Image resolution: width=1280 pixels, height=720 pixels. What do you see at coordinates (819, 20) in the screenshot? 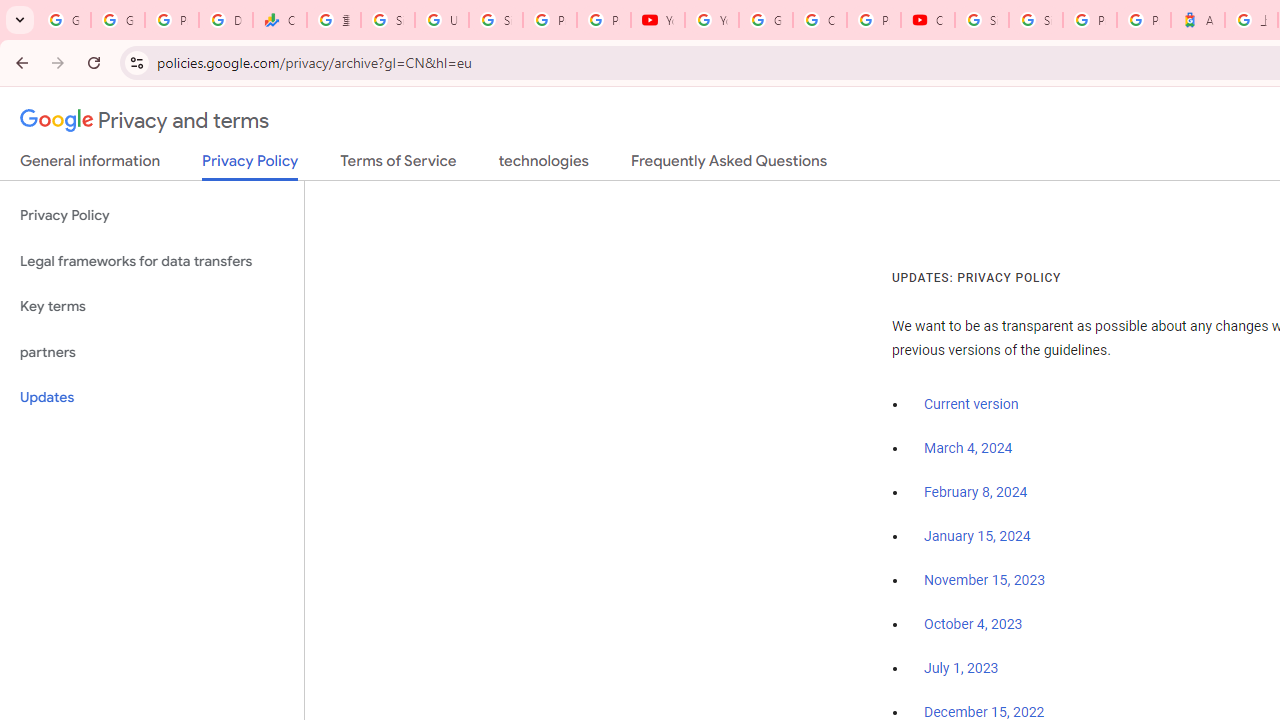
I see `'Create your Google Account'` at bounding box center [819, 20].